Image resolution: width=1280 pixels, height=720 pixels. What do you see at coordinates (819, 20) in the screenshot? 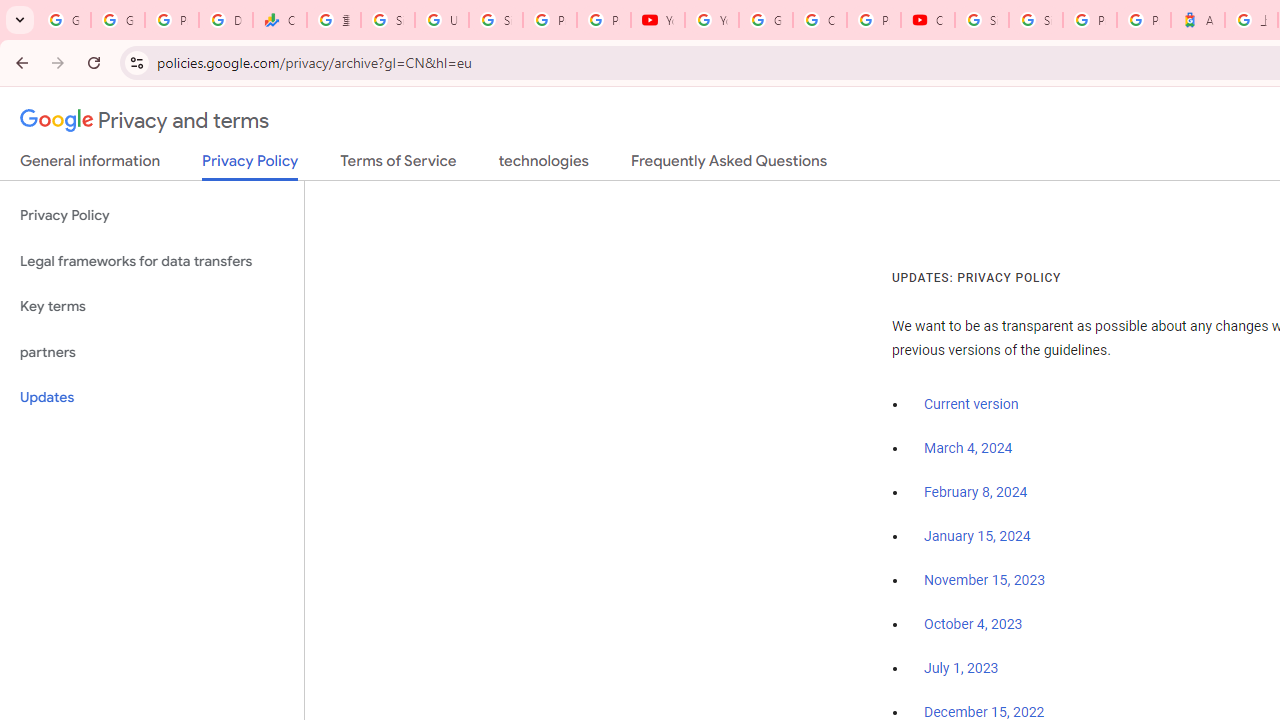
I see `'Create your Google Account'` at bounding box center [819, 20].